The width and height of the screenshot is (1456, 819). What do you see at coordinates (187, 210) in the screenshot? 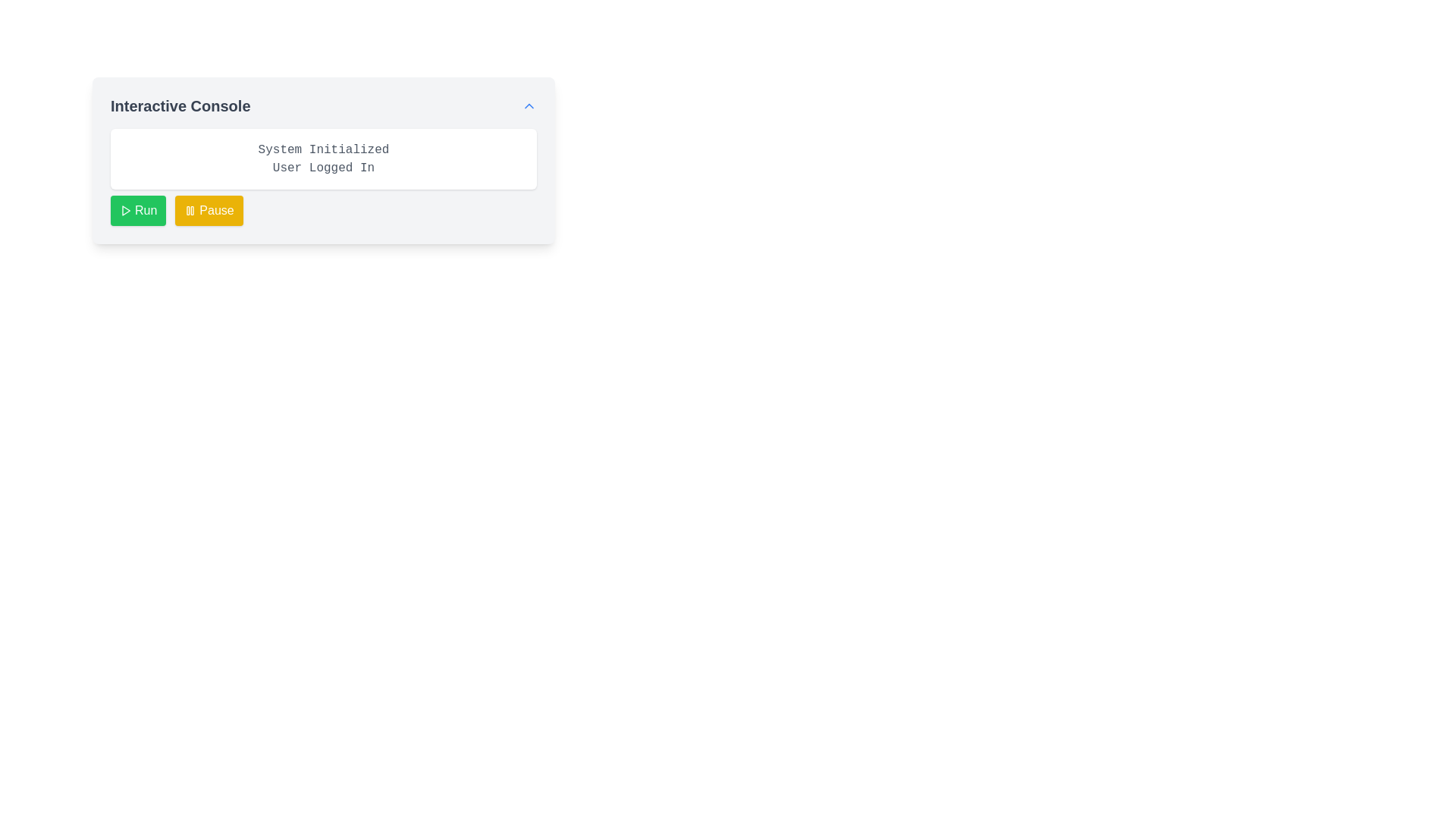
I see `the left rectangle of the pause icon, which is part of an SVG icon located in the middle-left region of the interface frame` at bounding box center [187, 210].